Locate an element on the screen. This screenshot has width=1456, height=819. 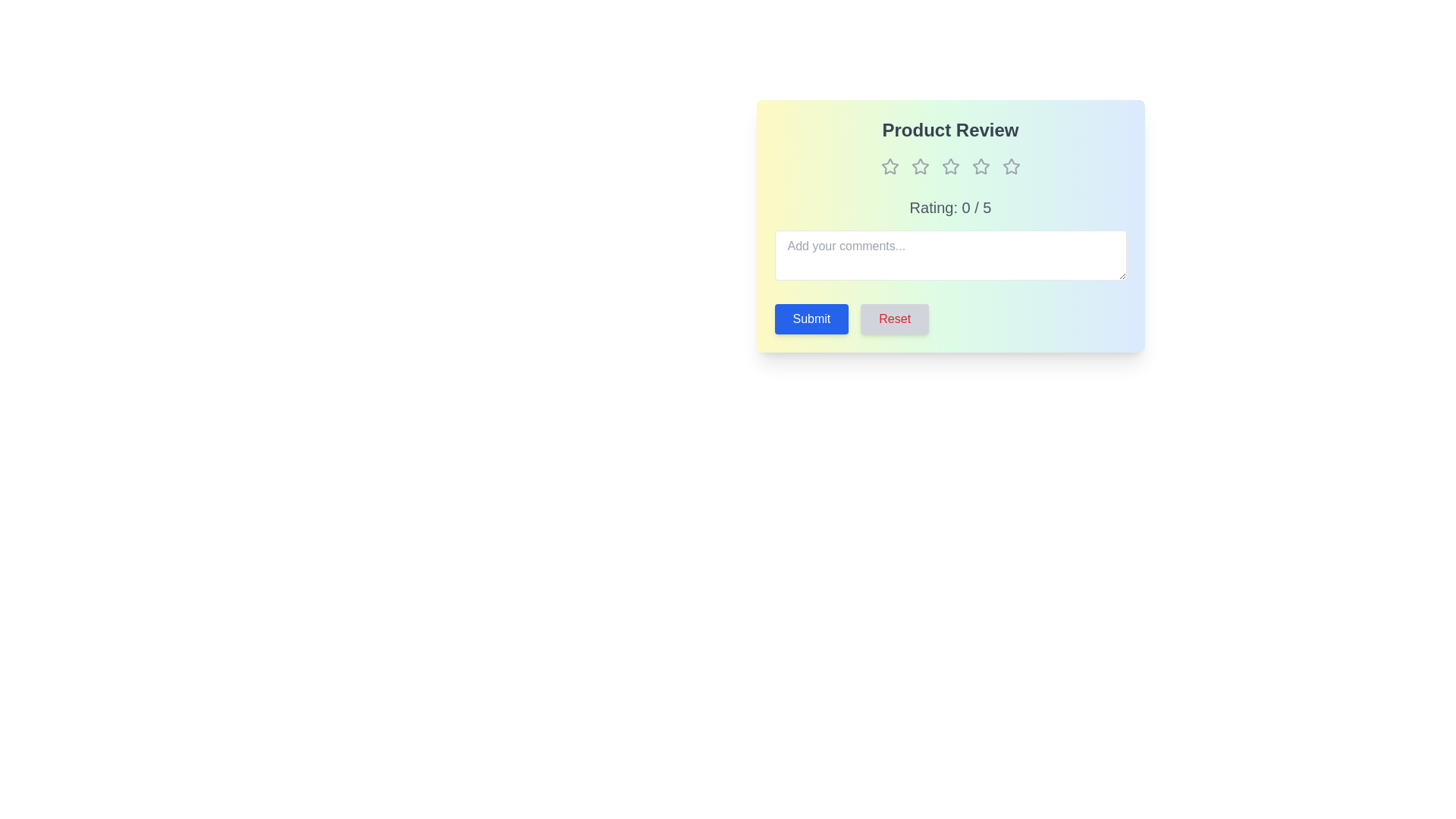
the star corresponding to 2 to set the rating is located at coordinates (919, 166).